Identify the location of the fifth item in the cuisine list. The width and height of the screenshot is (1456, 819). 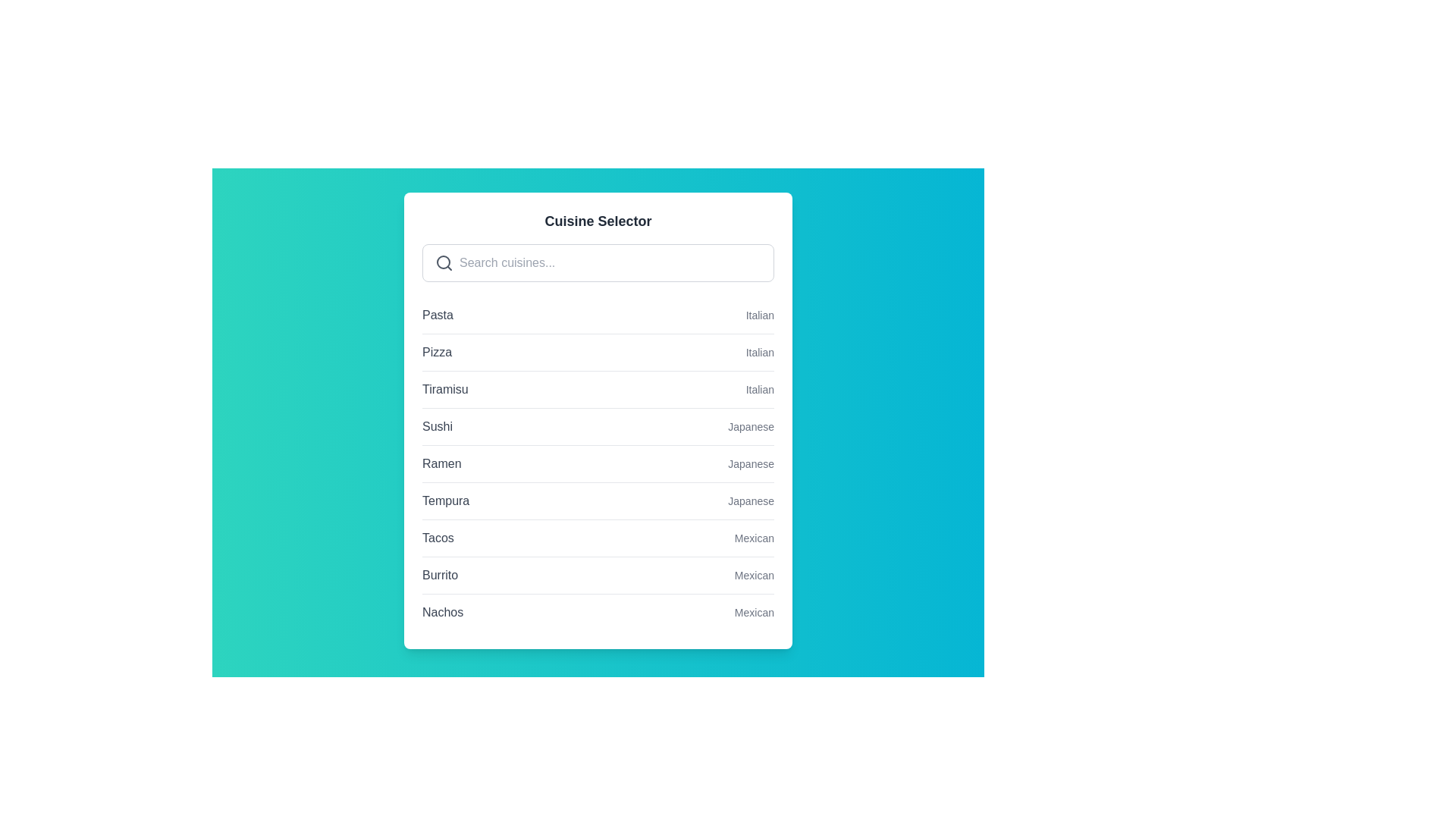
(597, 463).